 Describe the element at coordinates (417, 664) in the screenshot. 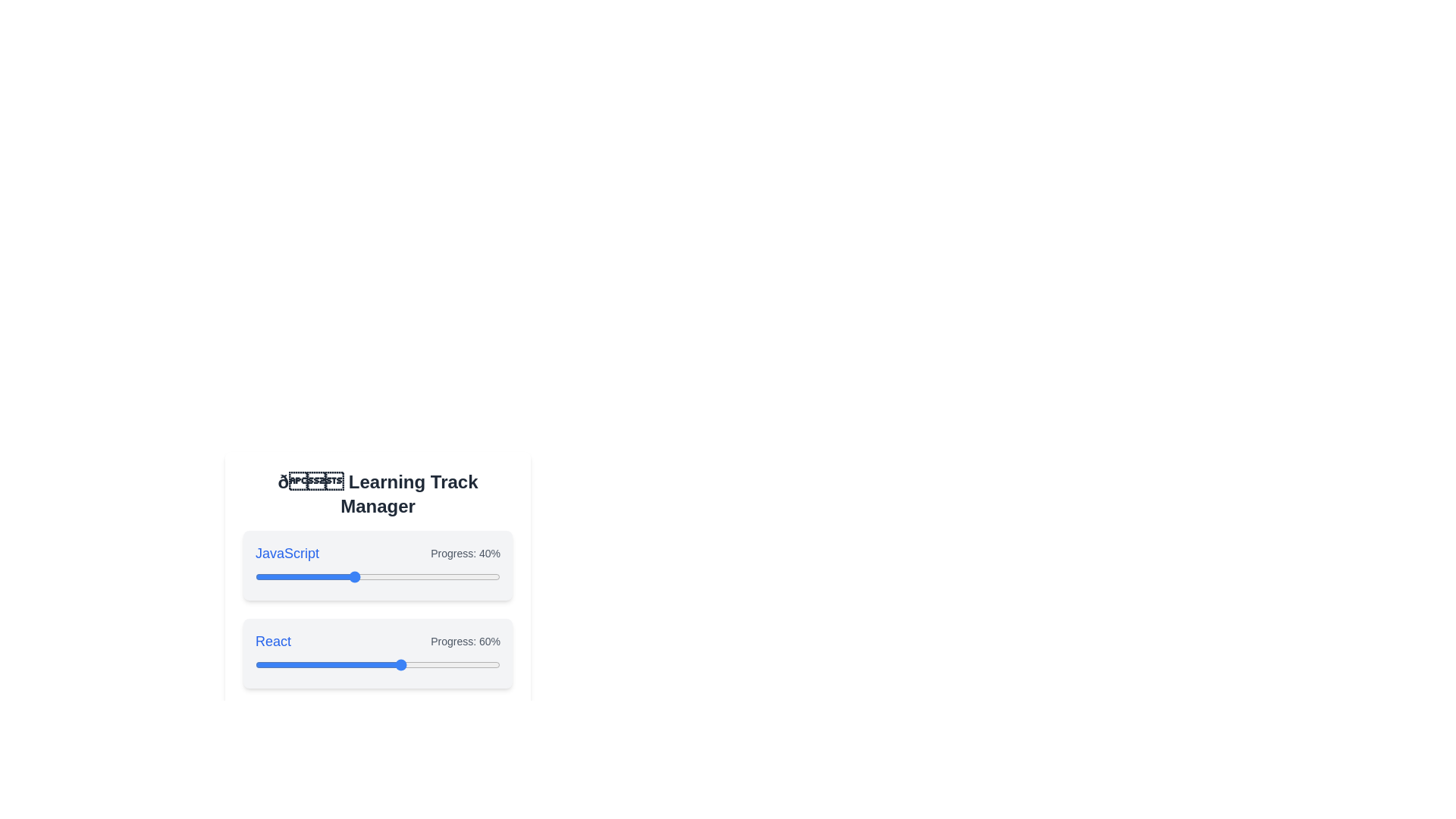

I see `the progress value` at that location.